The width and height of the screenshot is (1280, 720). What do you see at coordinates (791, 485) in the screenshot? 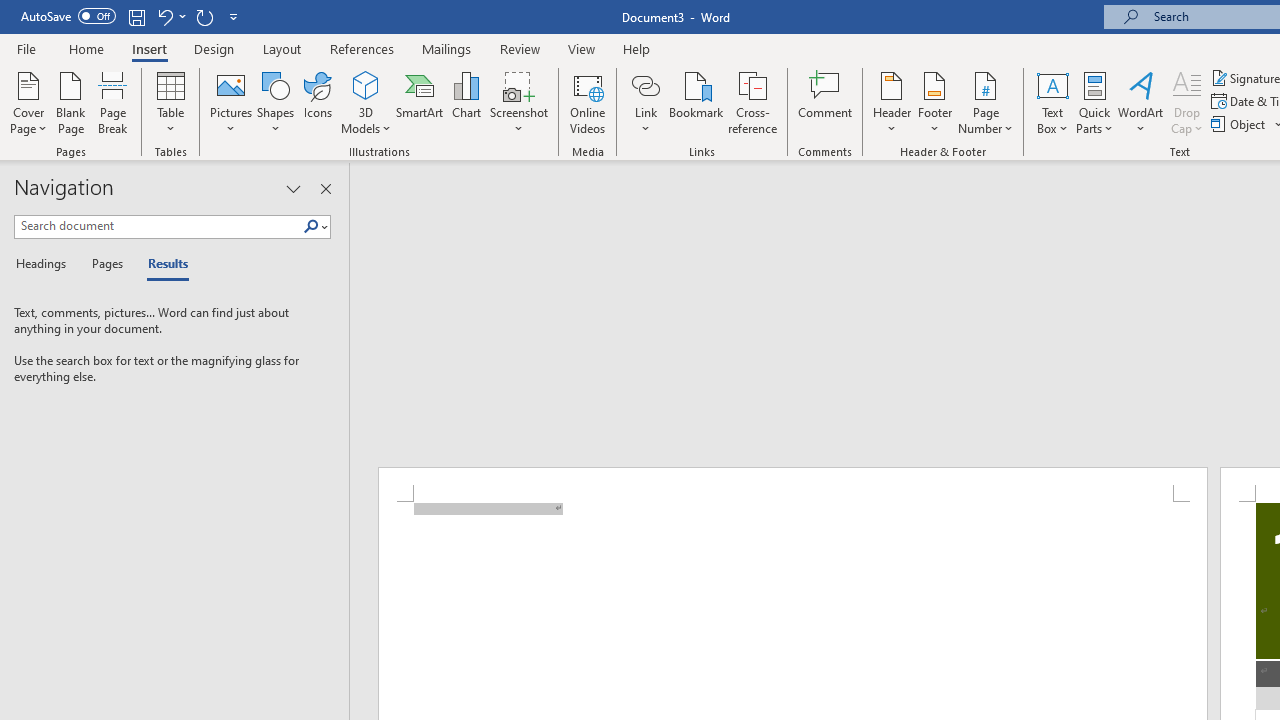
I see `'Header -Section 1-'` at bounding box center [791, 485].